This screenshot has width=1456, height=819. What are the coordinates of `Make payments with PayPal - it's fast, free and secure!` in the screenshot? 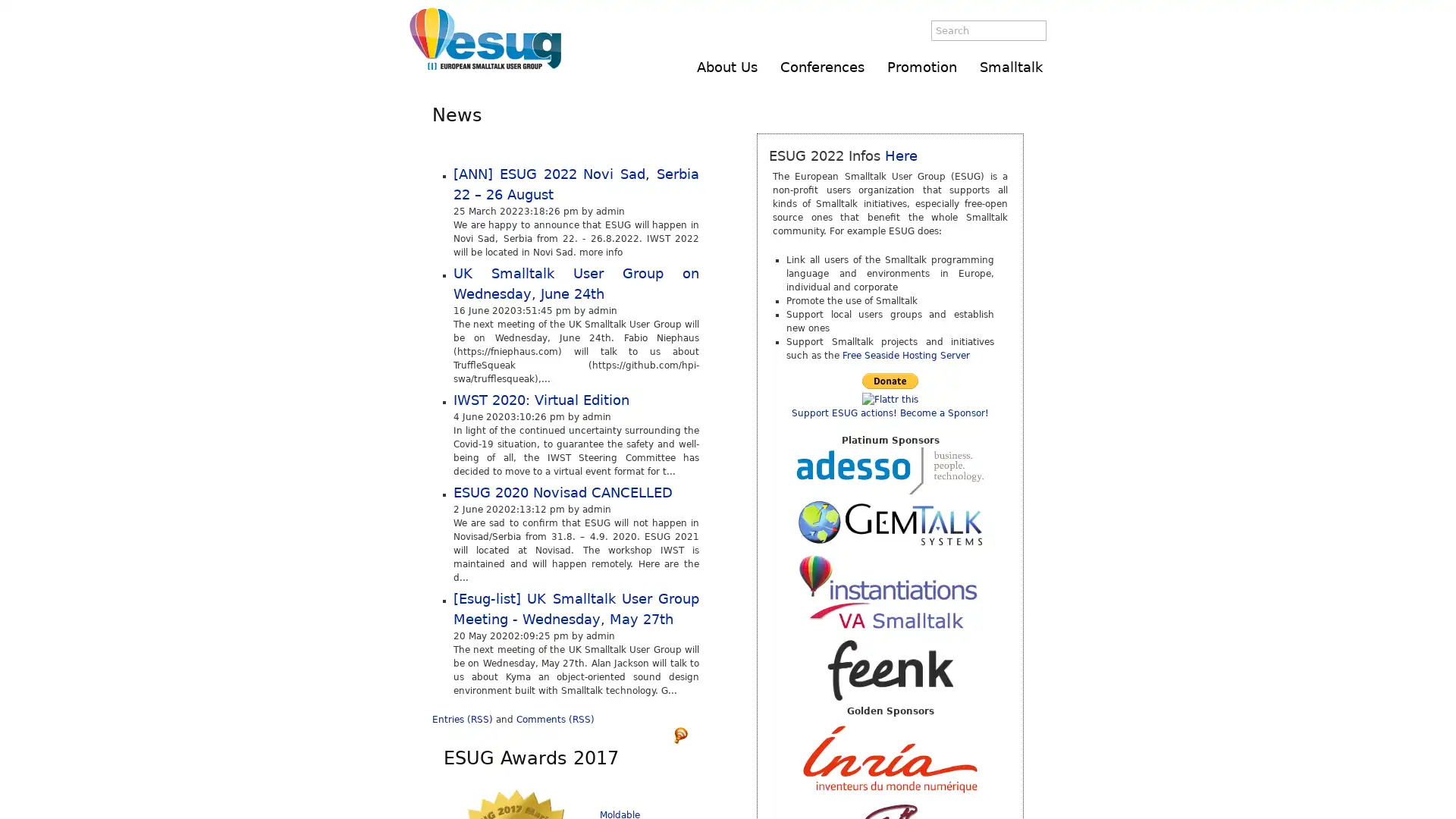 It's located at (890, 380).